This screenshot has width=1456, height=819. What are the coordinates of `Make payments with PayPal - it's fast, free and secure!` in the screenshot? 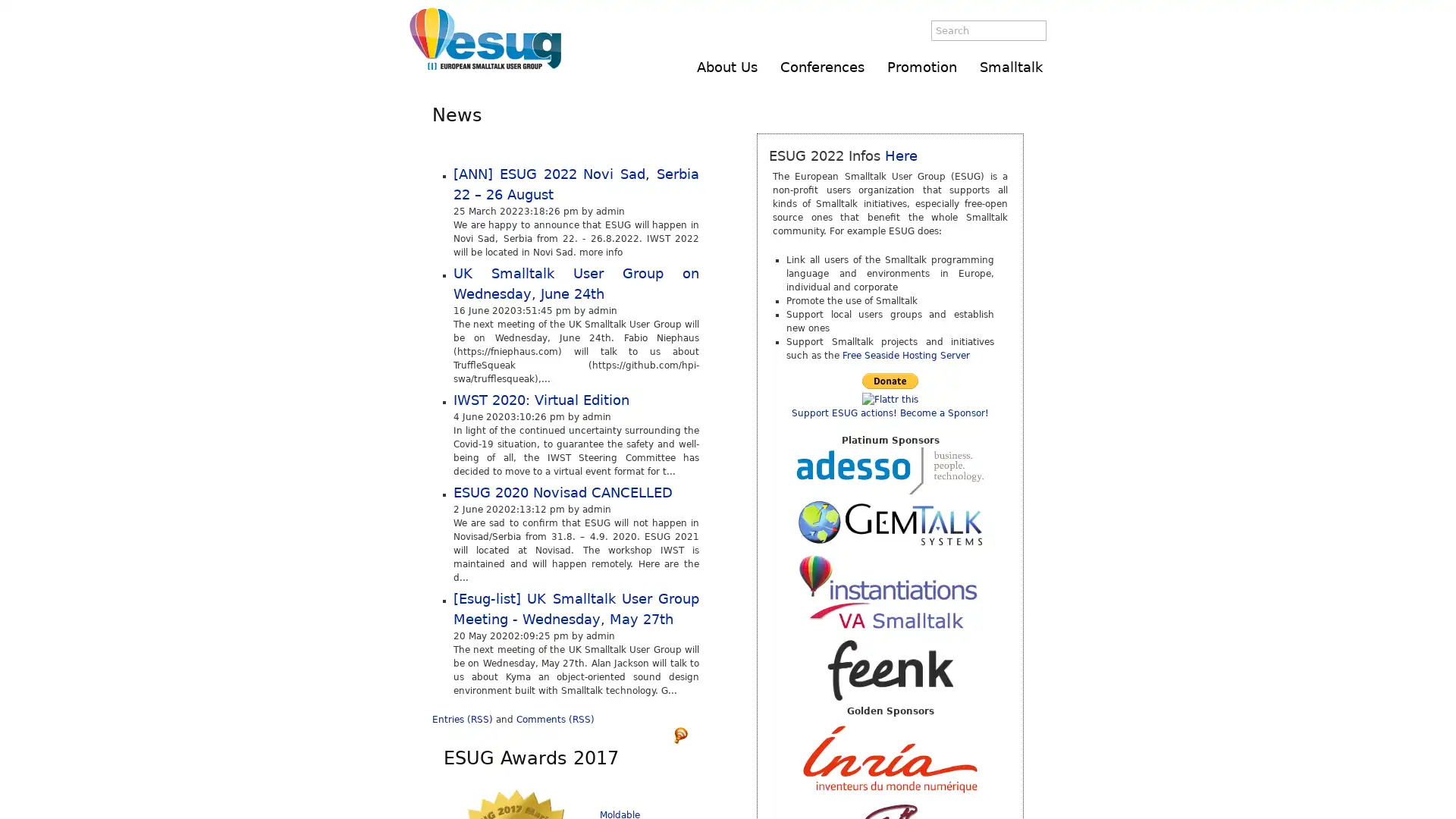 It's located at (890, 380).